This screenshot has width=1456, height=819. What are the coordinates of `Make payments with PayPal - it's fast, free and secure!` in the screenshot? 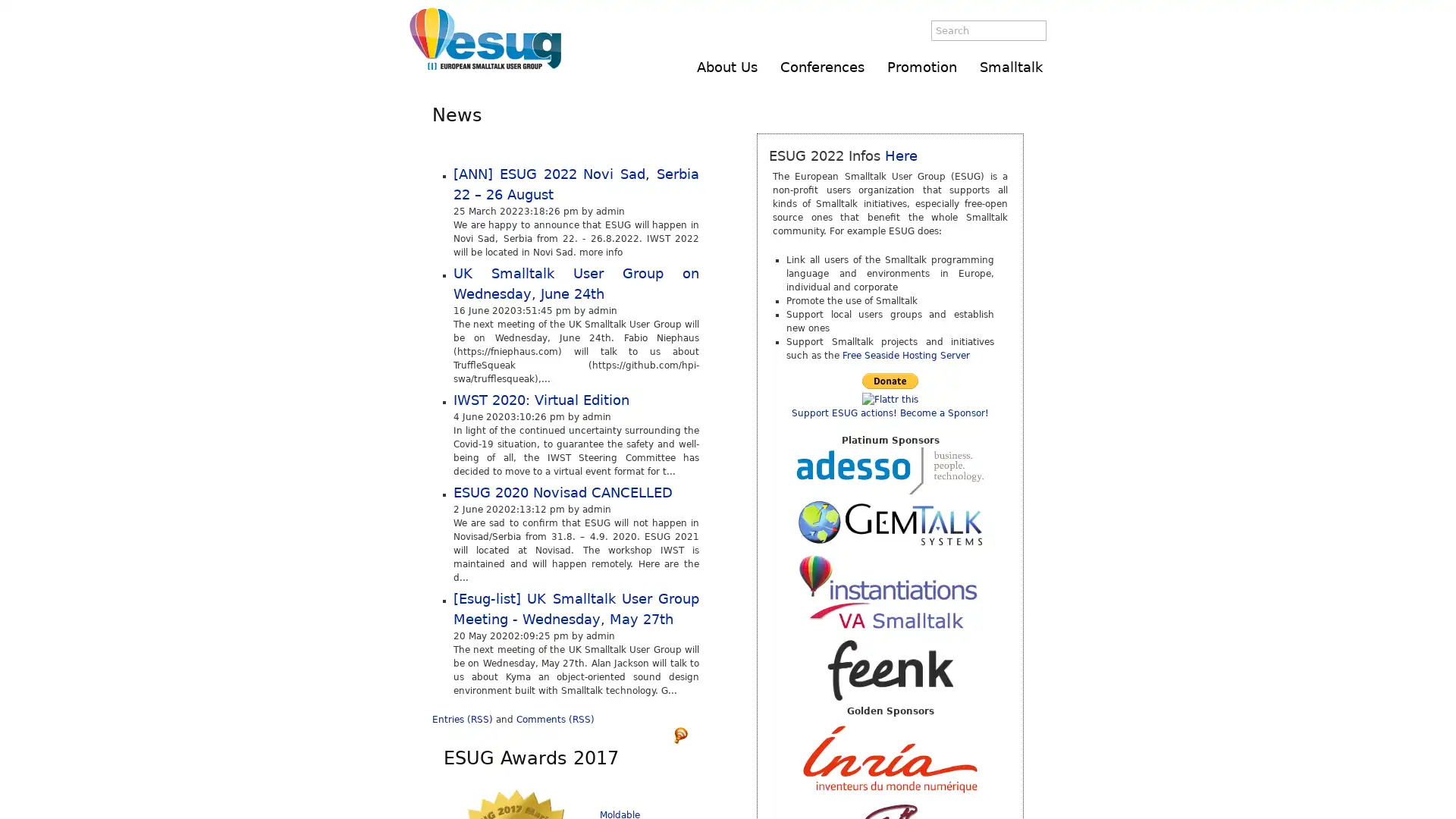 It's located at (890, 380).